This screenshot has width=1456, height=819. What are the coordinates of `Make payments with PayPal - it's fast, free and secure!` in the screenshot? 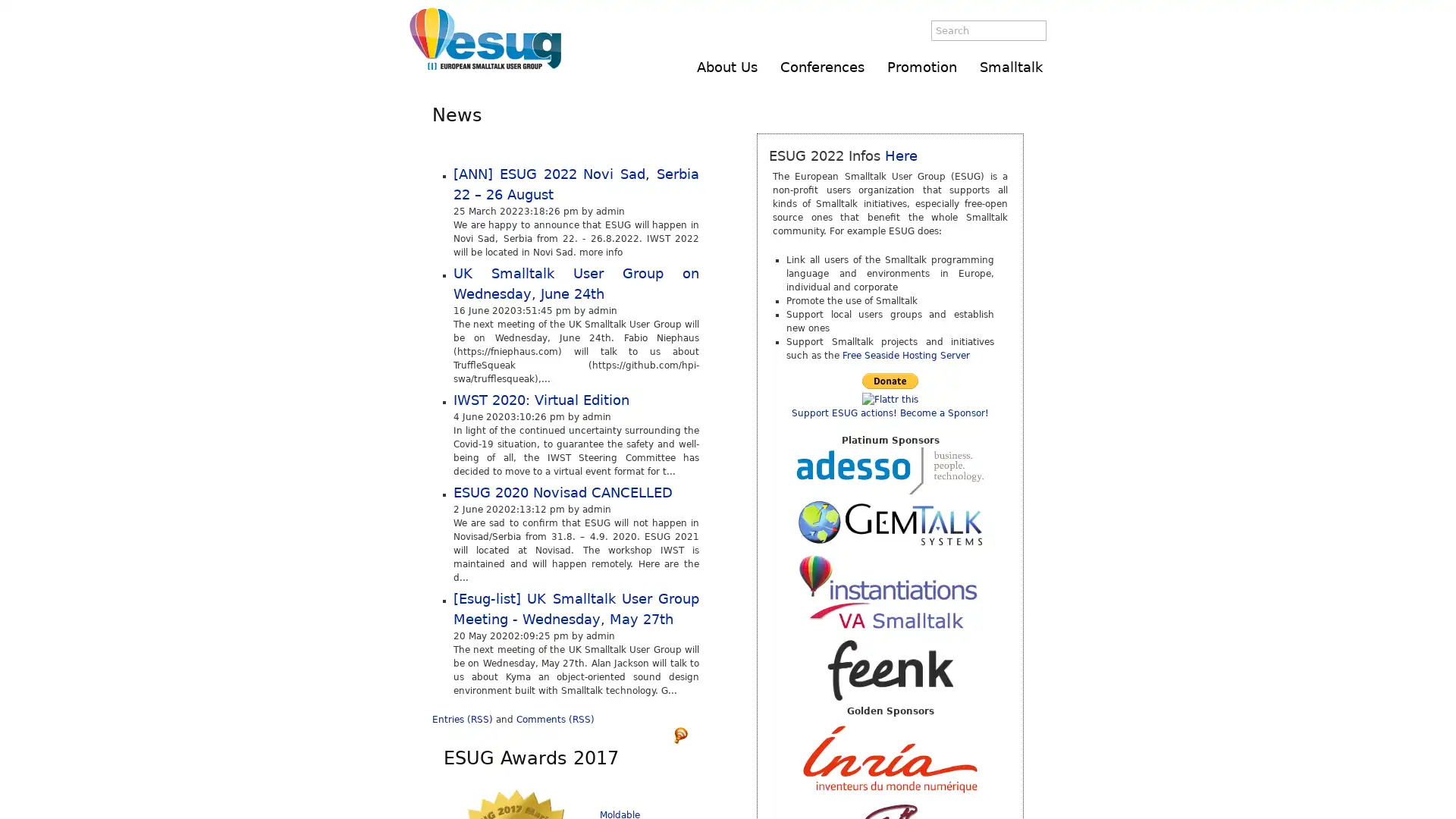 It's located at (890, 380).